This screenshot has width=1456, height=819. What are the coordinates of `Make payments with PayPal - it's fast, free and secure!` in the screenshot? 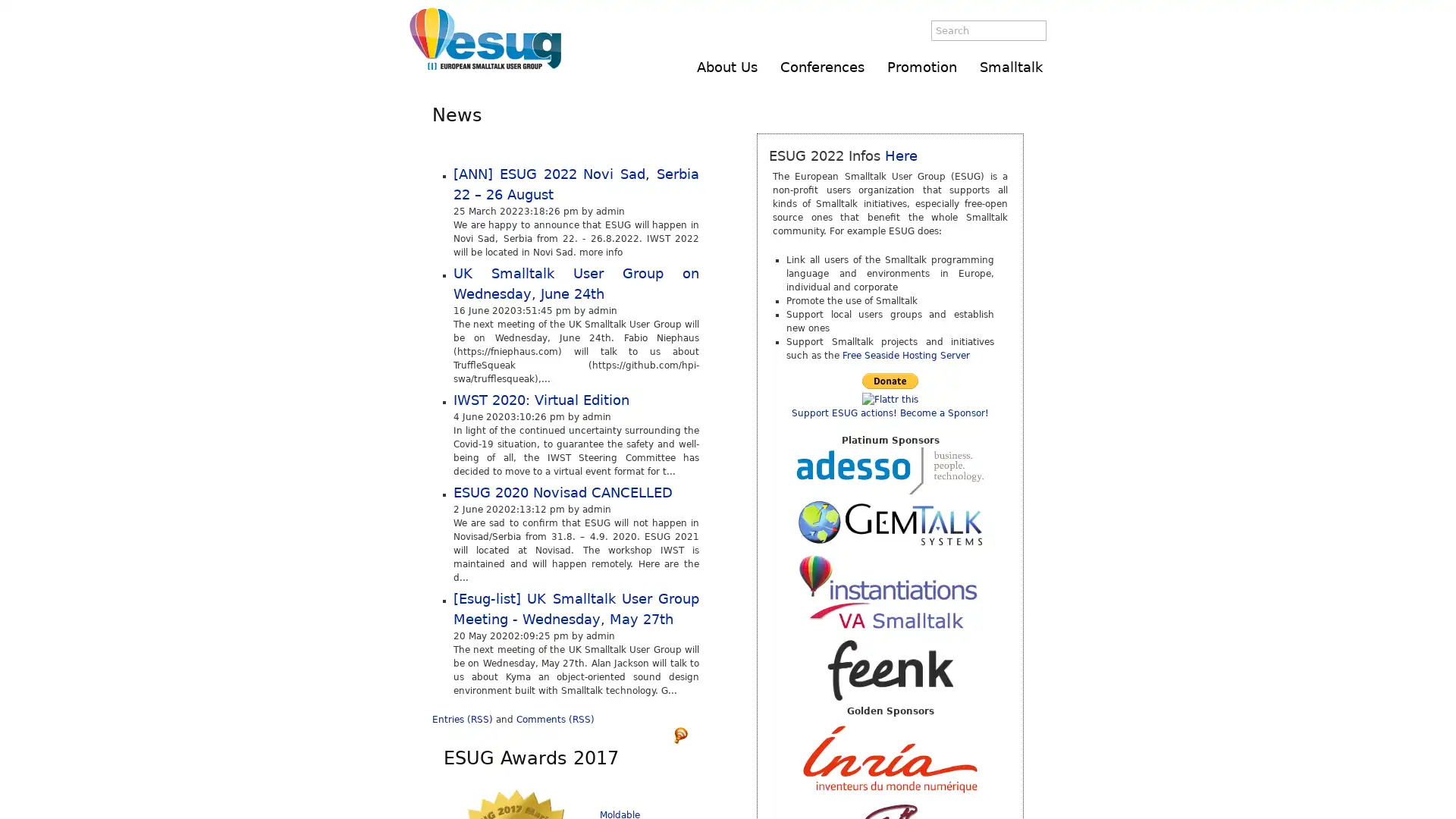 It's located at (890, 380).